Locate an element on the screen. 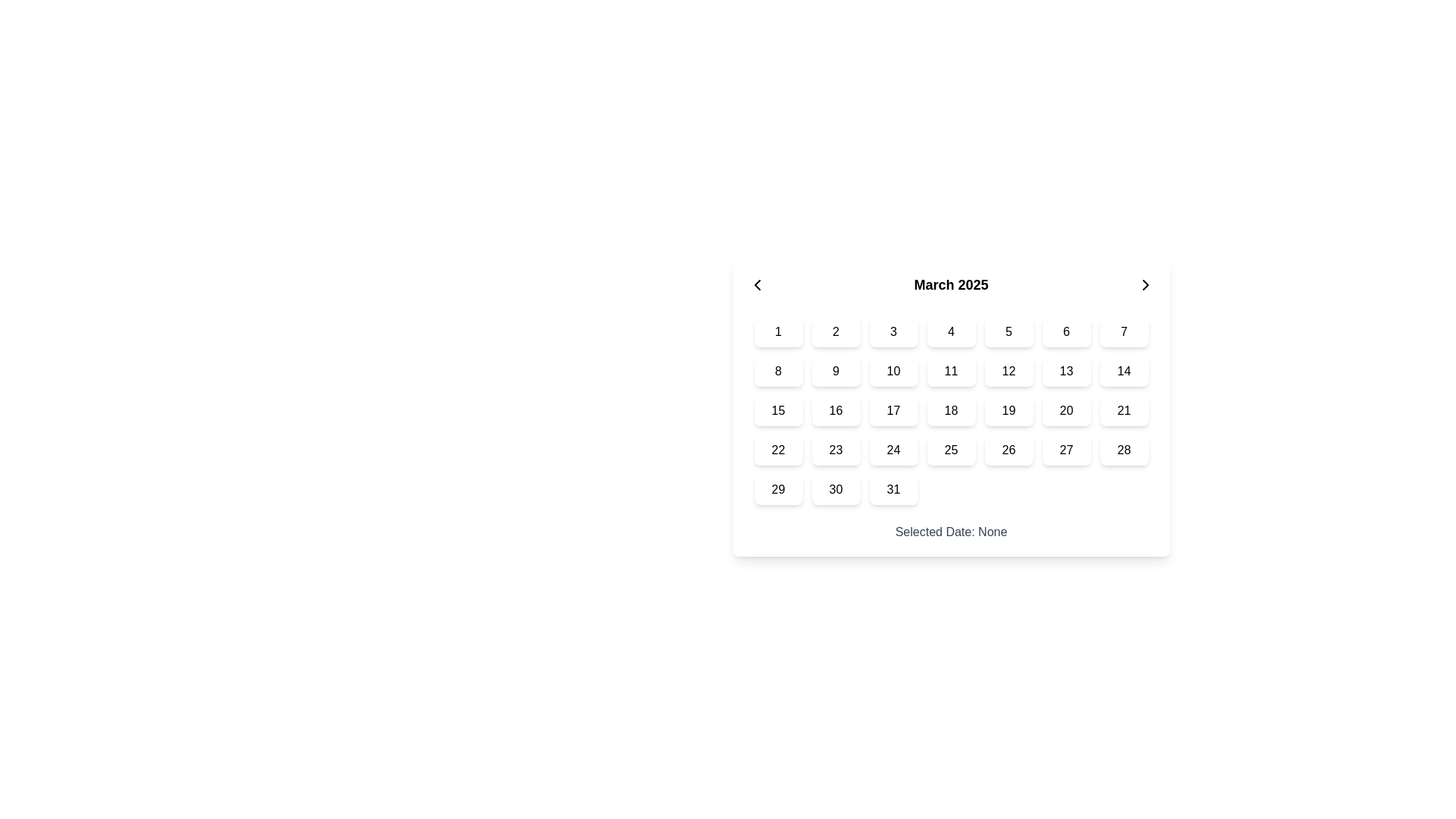 The height and width of the screenshot is (819, 1456). the rounded square button labeled '17' in the calendar grid layout is located at coordinates (893, 411).